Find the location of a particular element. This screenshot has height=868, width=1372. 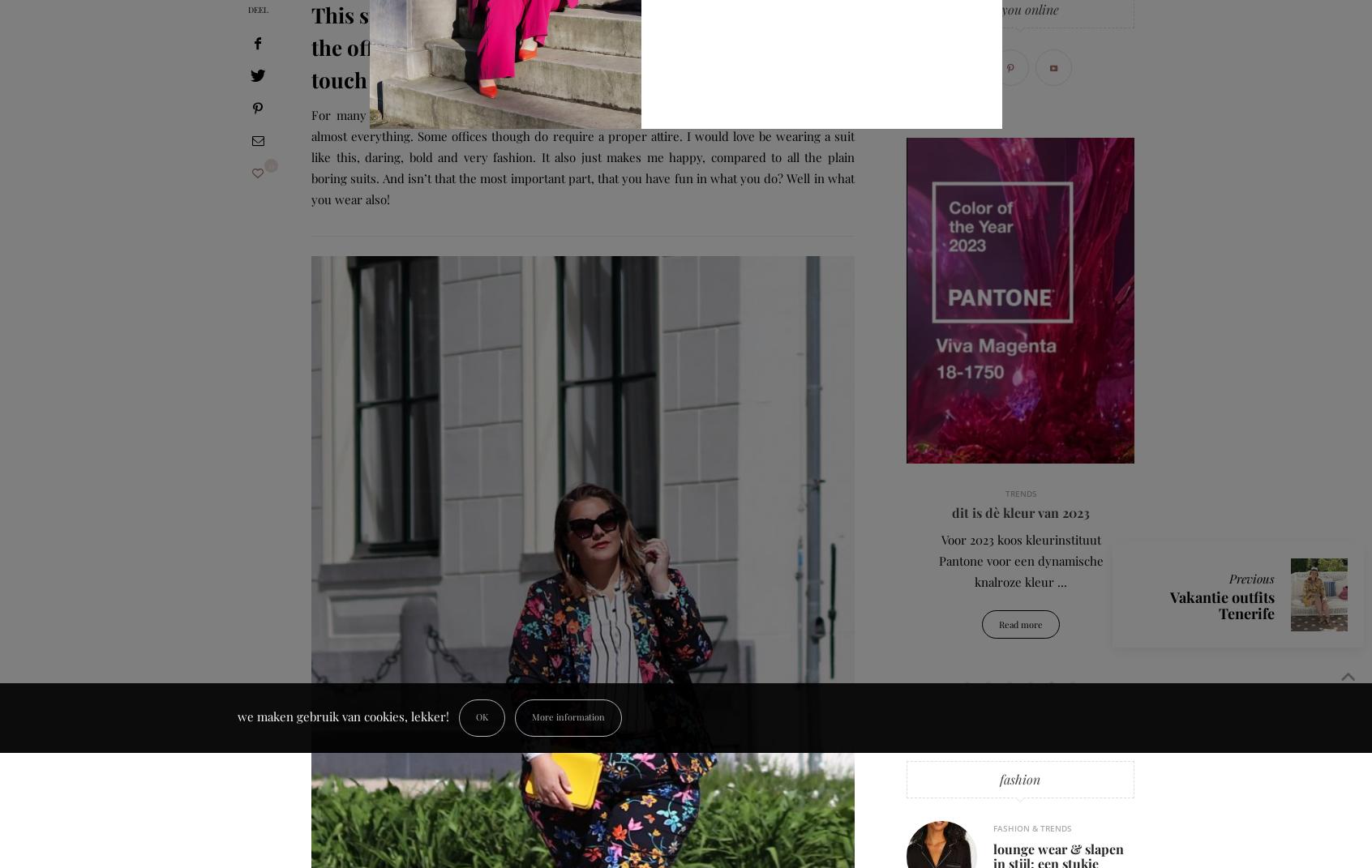

'OUTFITS' is located at coordinates (336, 493).